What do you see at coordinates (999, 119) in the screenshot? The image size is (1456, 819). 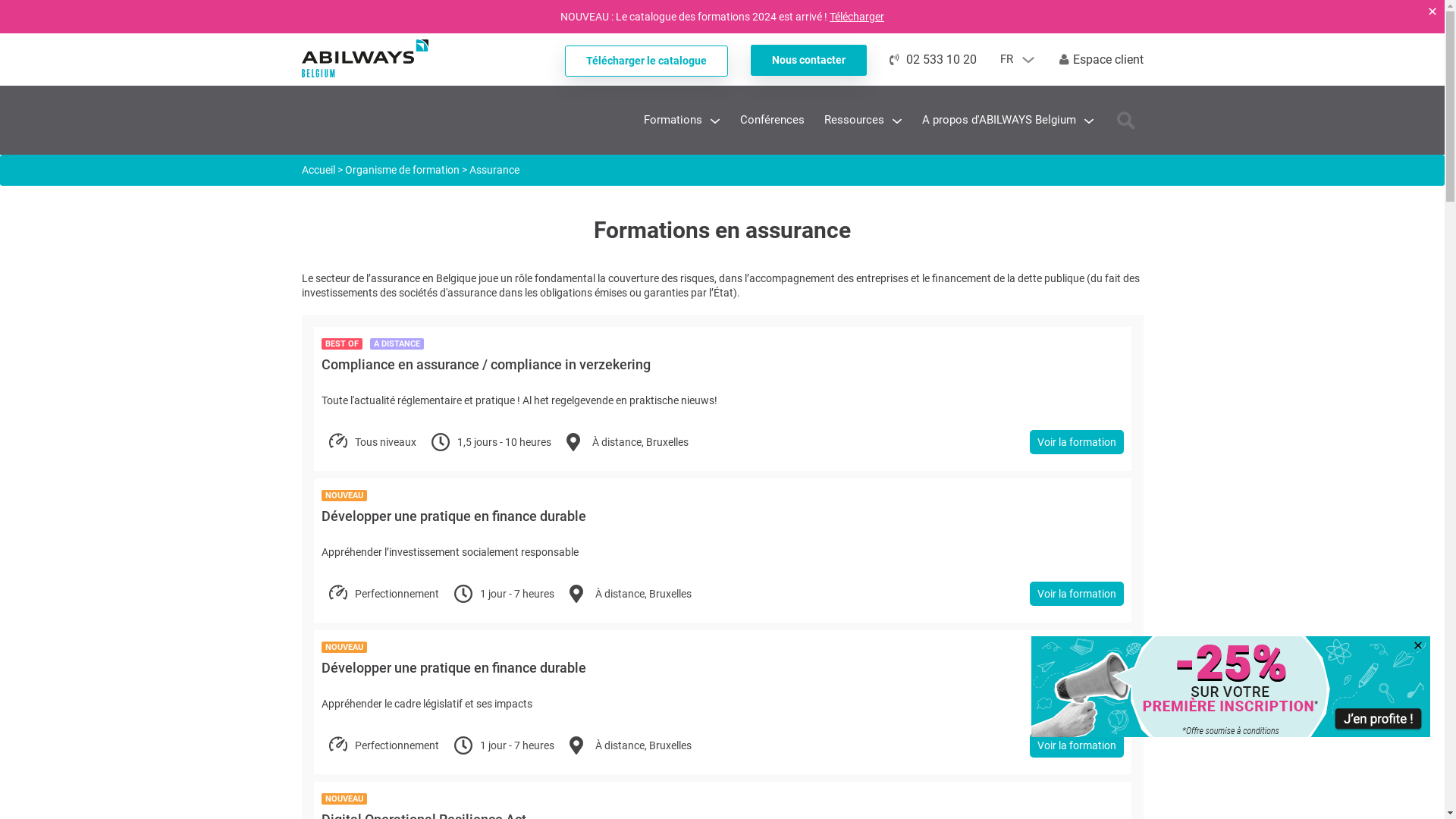 I see `'A propos d'ABILWAYS Belgium'` at bounding box center [999, 119].